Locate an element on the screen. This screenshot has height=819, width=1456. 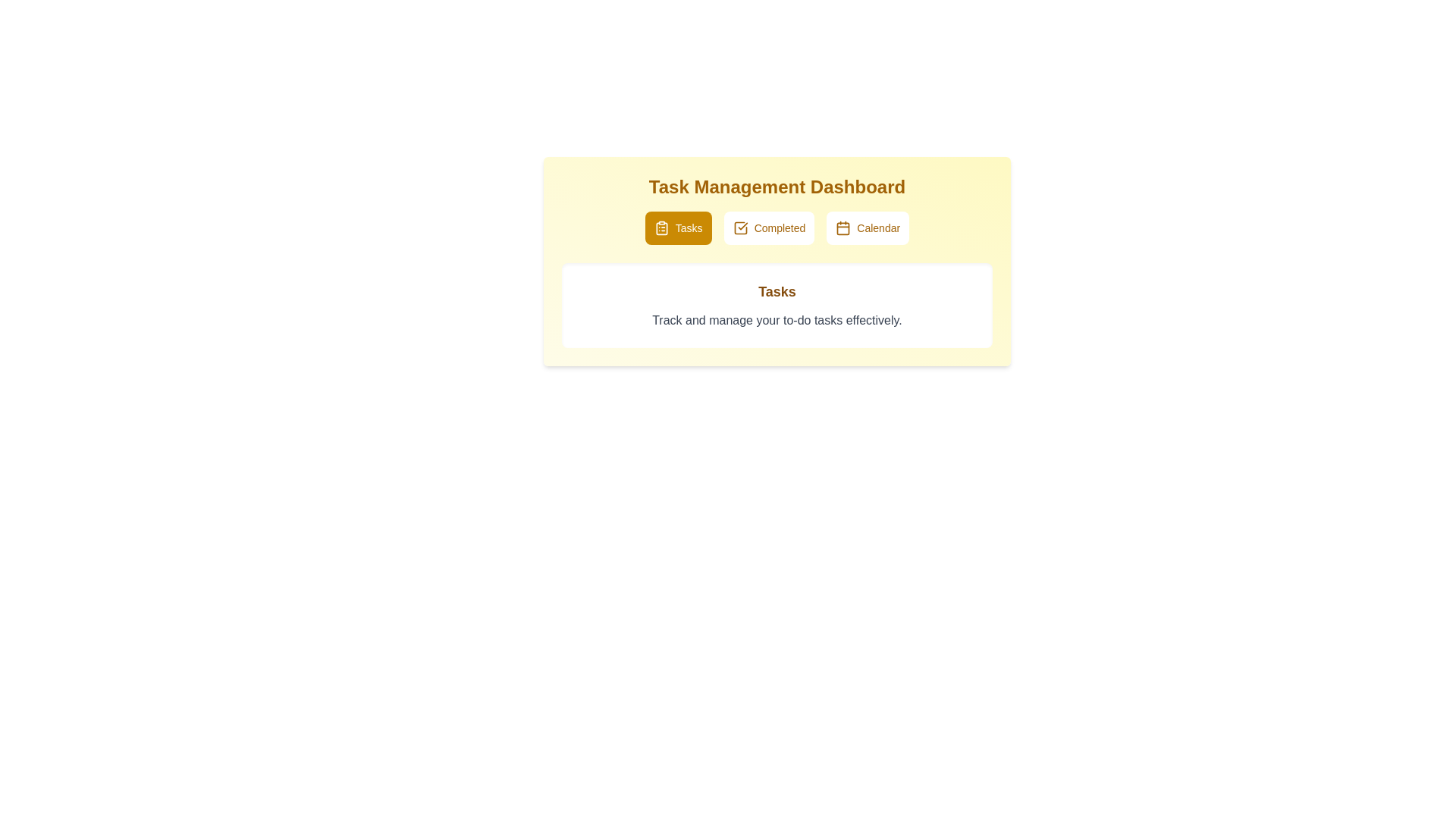
the text area to select the text is located at coordinates (777, 305).